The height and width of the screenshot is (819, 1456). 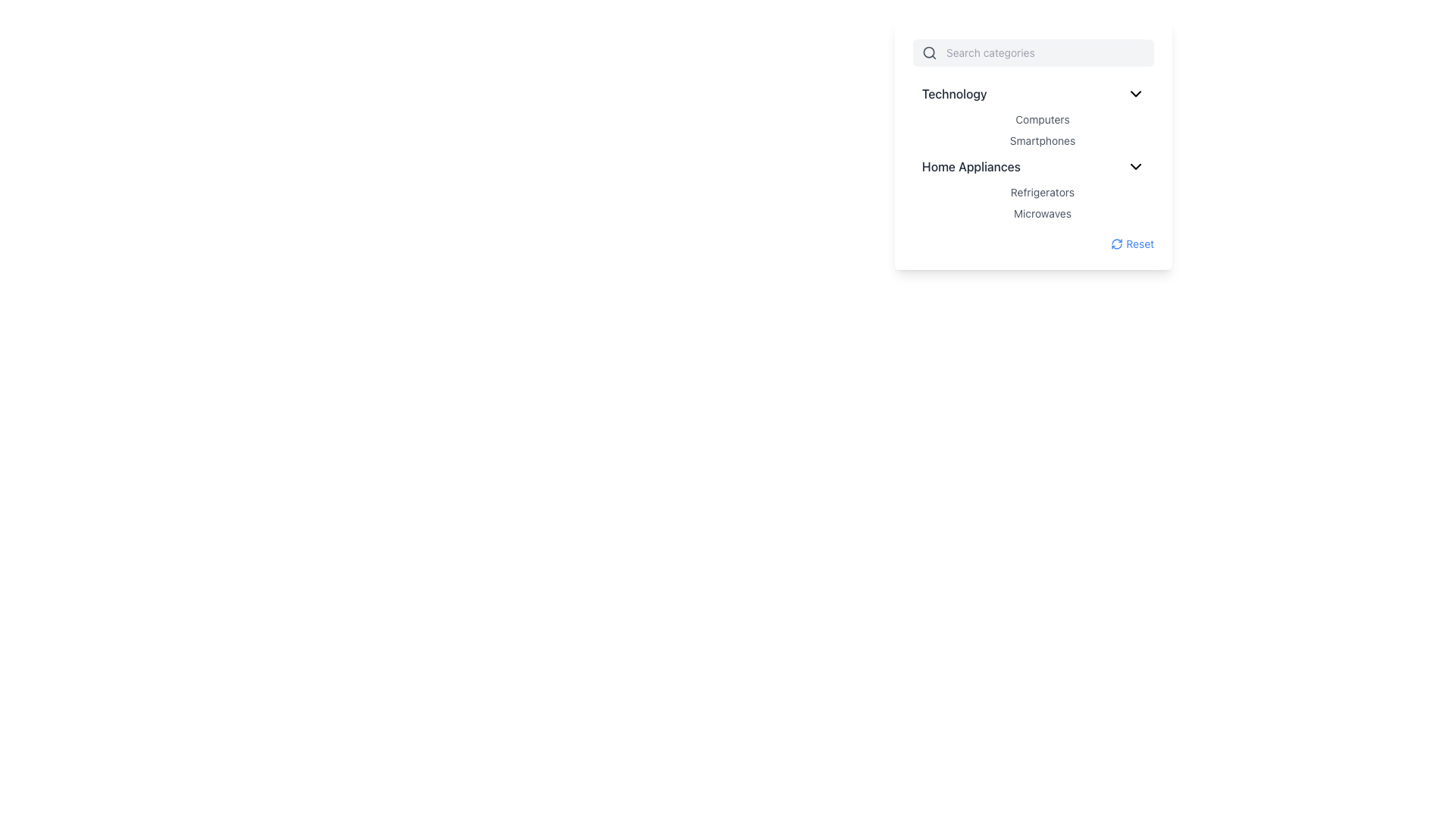 I want to click on the Text label that categorizes content related to smartphones, located under the 'Technology' category, positioned between 'Computers' and 'Home Appliances', so click(x=1033, y=146).